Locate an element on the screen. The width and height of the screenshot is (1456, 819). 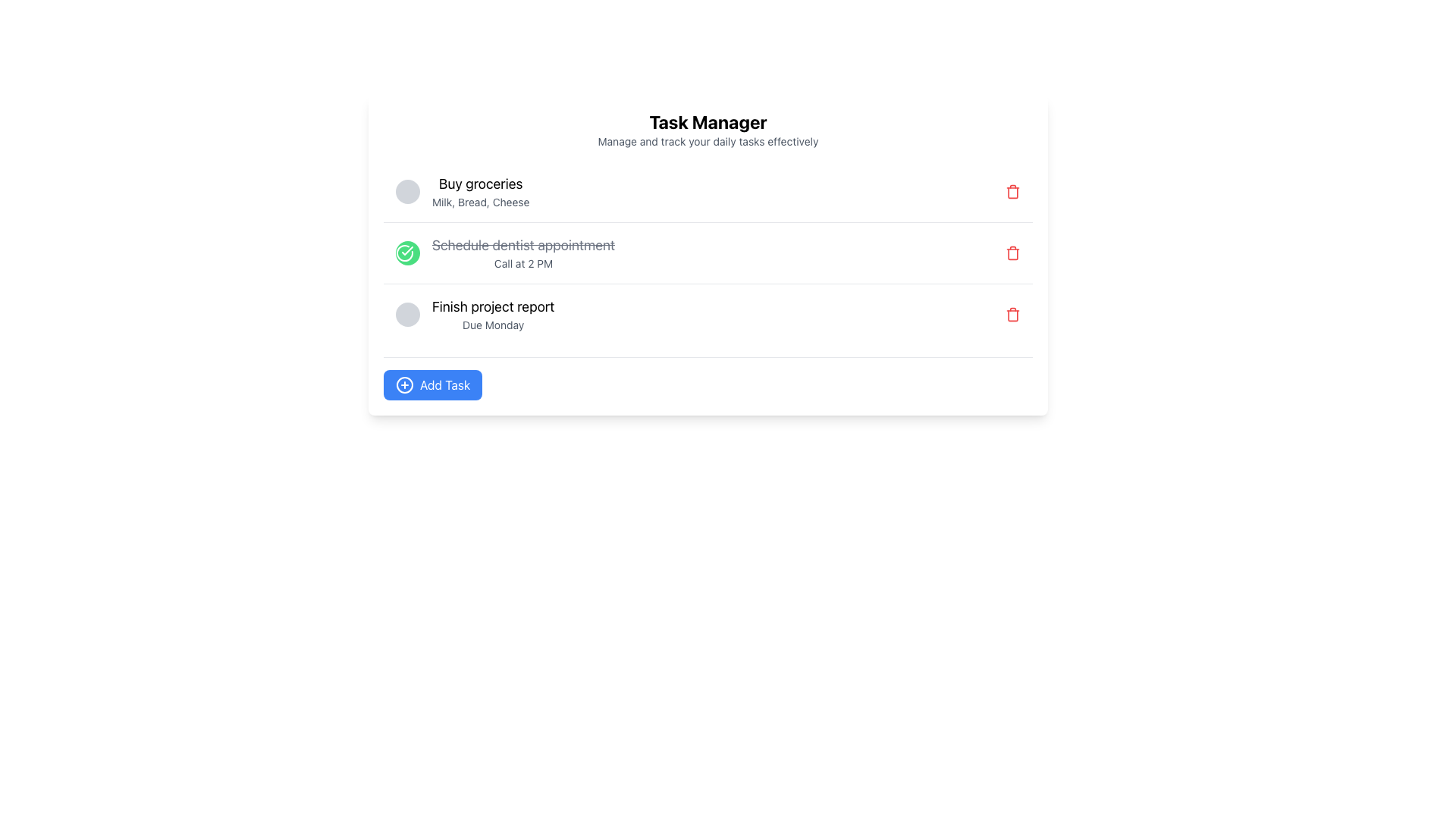
the '+' icon component of the SVG-based icon that symbolizes adding a new task, located to the left of the 'Add Task' button is located at coordinates (404, 384).